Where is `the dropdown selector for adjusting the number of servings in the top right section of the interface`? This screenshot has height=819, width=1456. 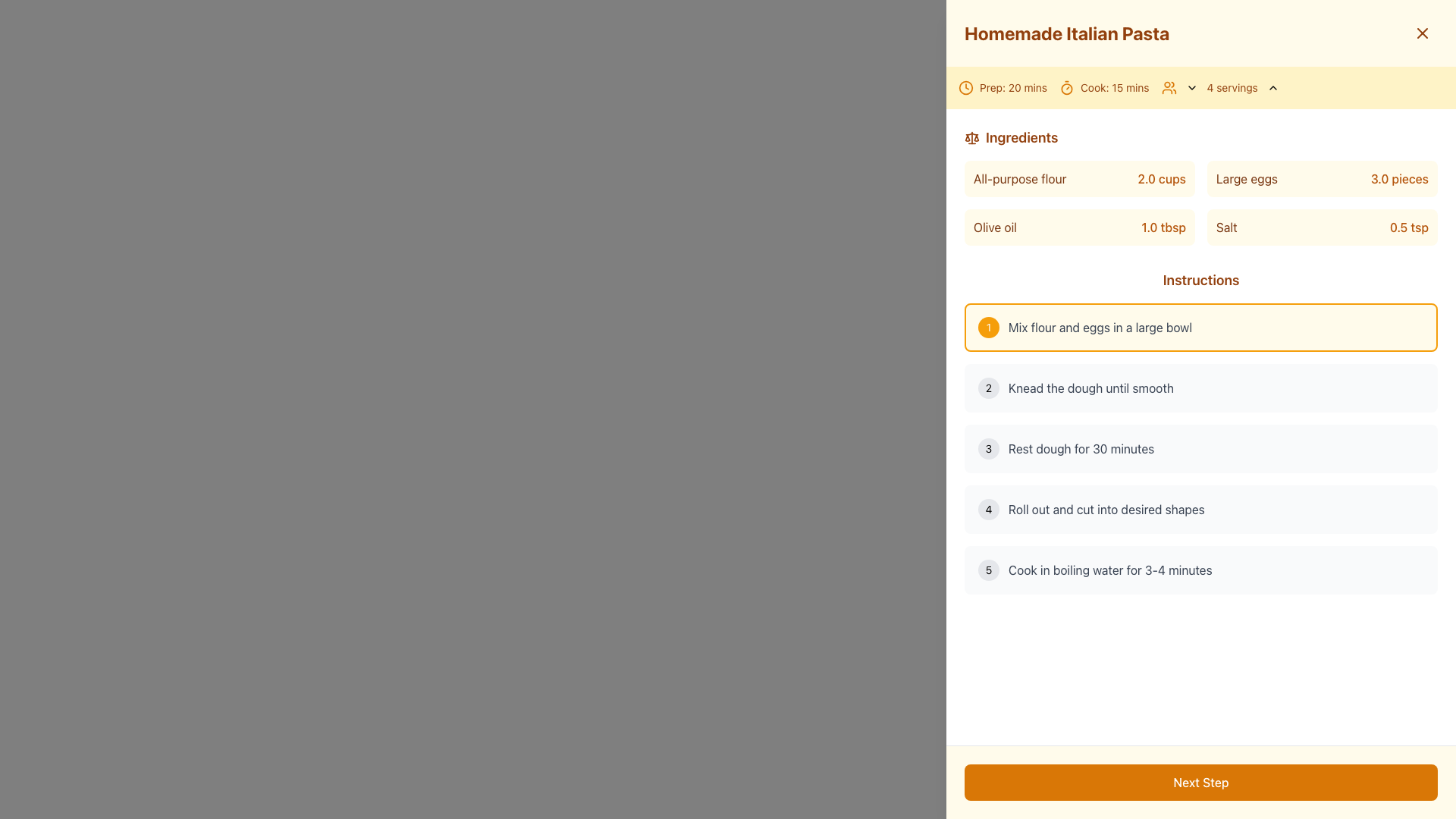 the dropdown selector for adjusting the number of servings in the top right section of the interface is located at coordinates (1232, 87).